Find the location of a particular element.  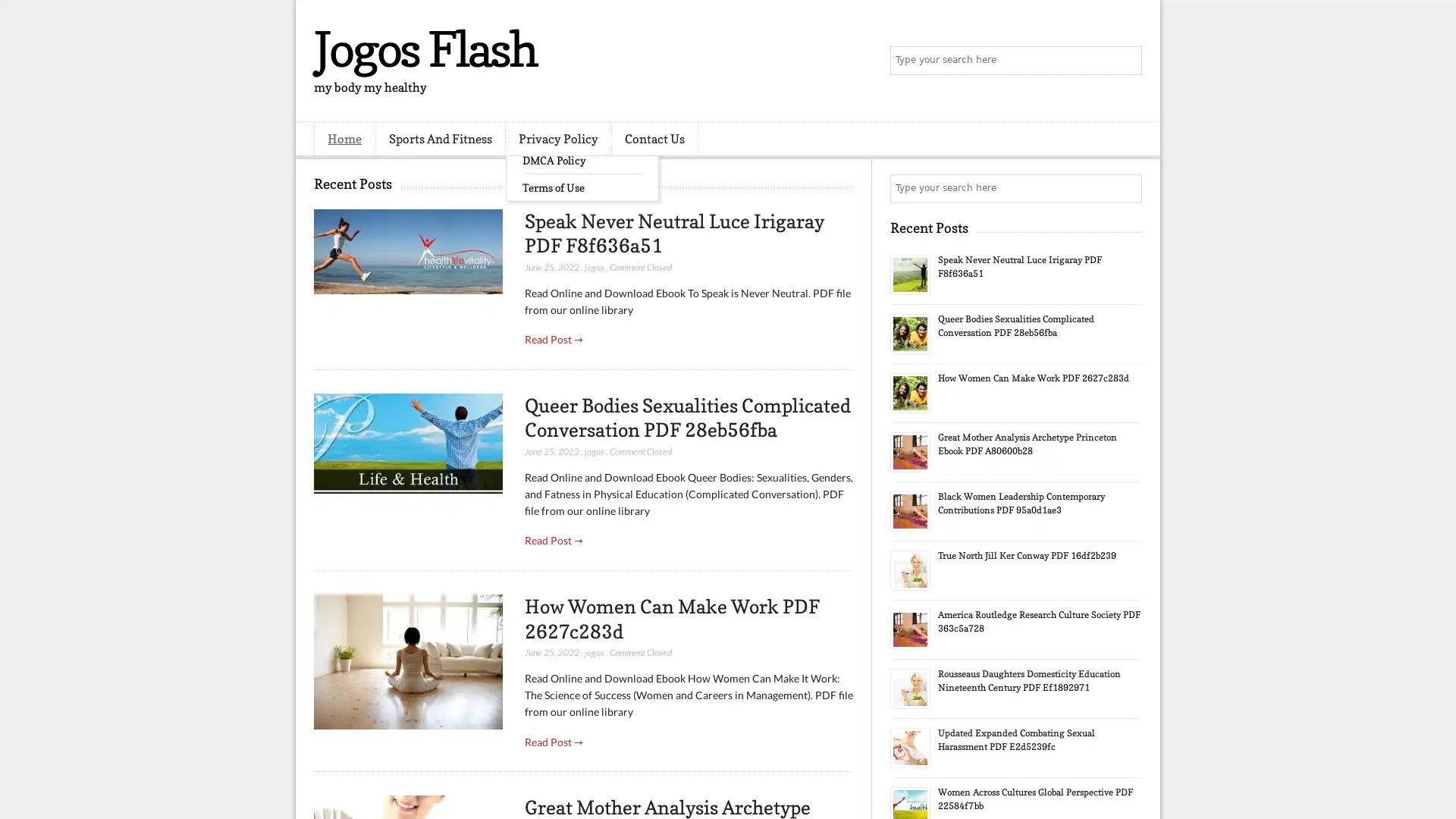

Search is located at coordinates (1126, 188).